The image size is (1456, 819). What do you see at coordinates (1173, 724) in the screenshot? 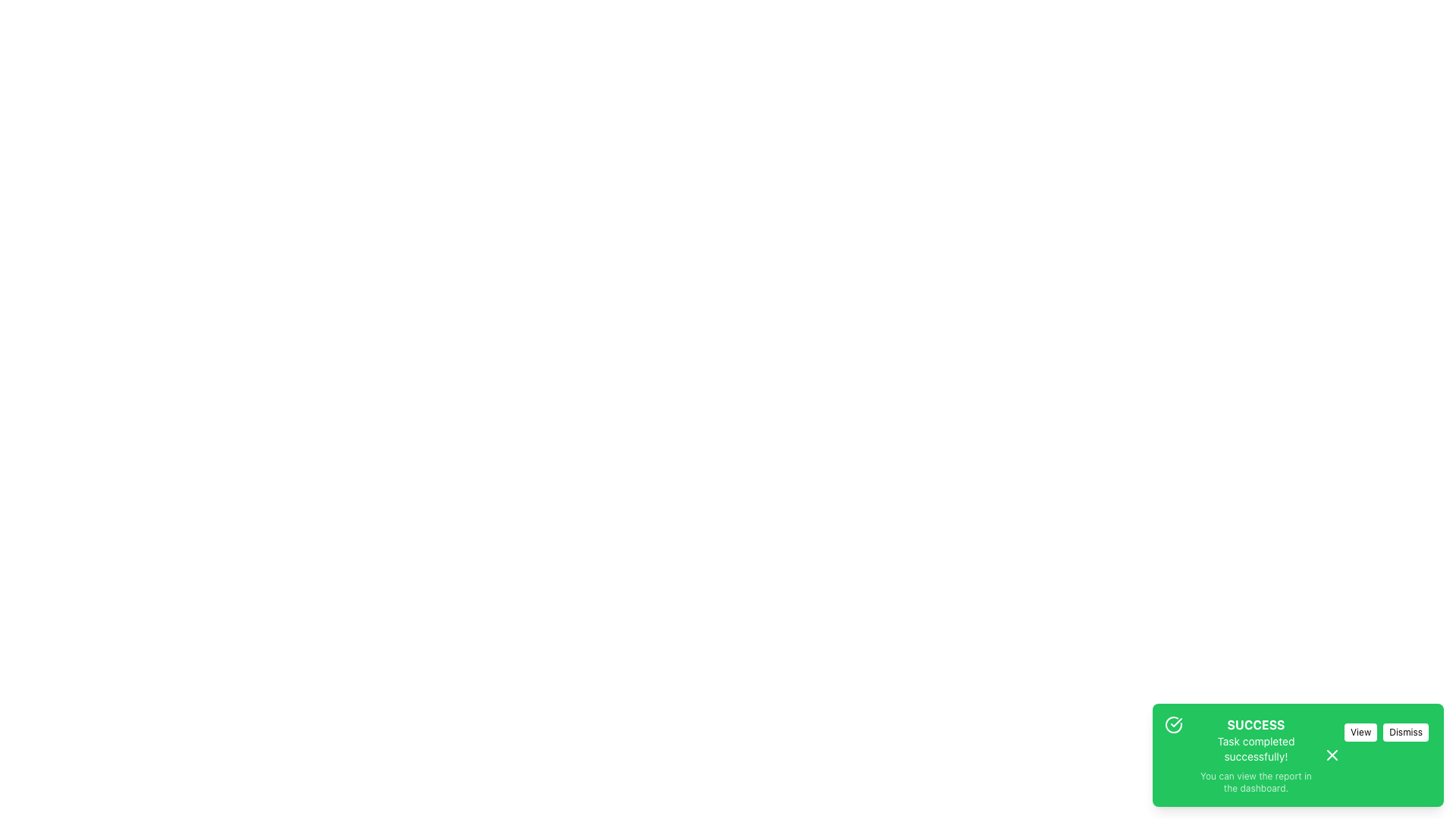
I see `the circular check icon with a green stroke, which represents success, located in the bottom-right section of the interface inside the 'SUCCESS' notification box` at bounding box center [1173, 724].